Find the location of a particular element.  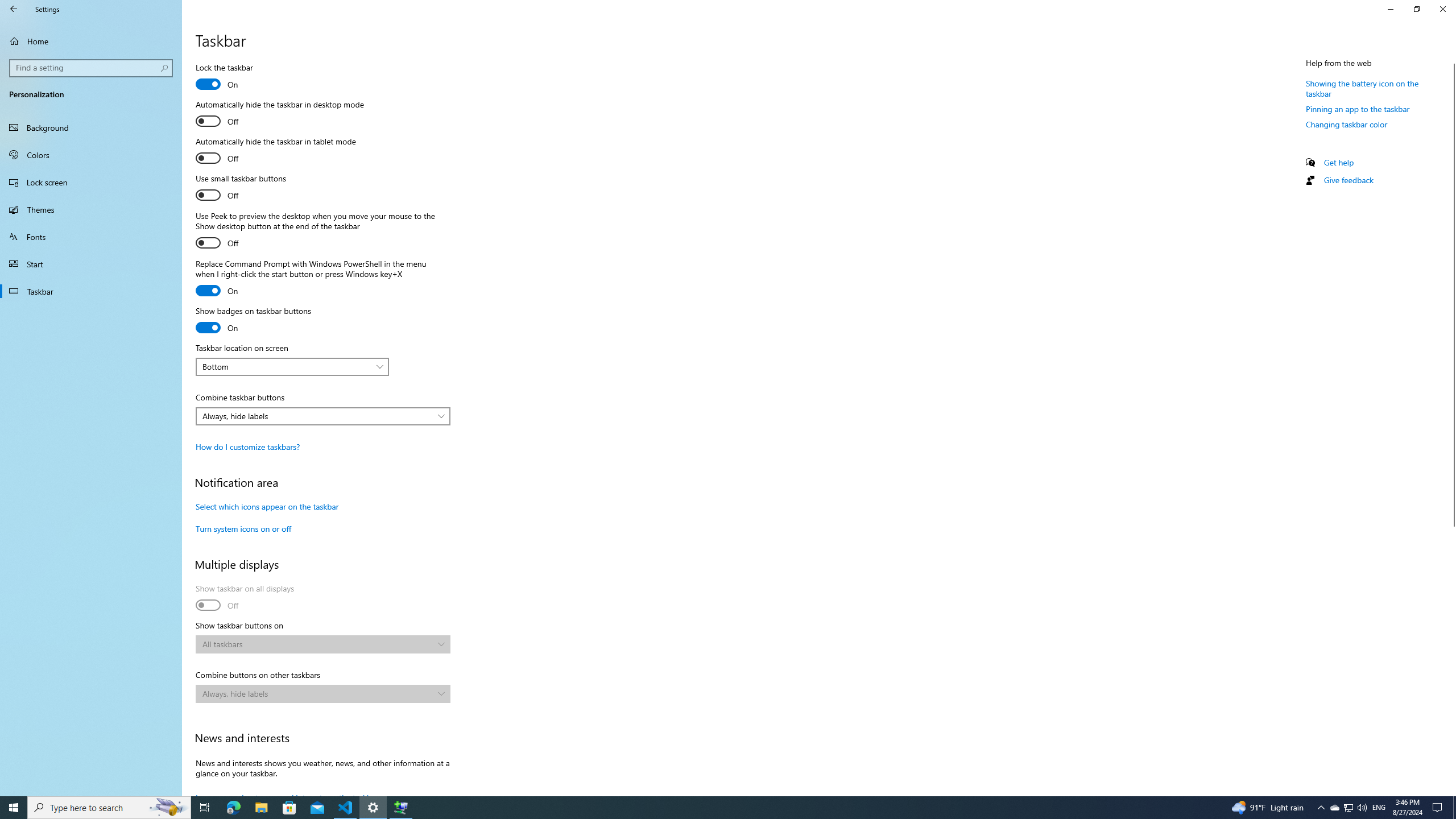

'Settings - 1 running window' is located at coordinates (373, 806).